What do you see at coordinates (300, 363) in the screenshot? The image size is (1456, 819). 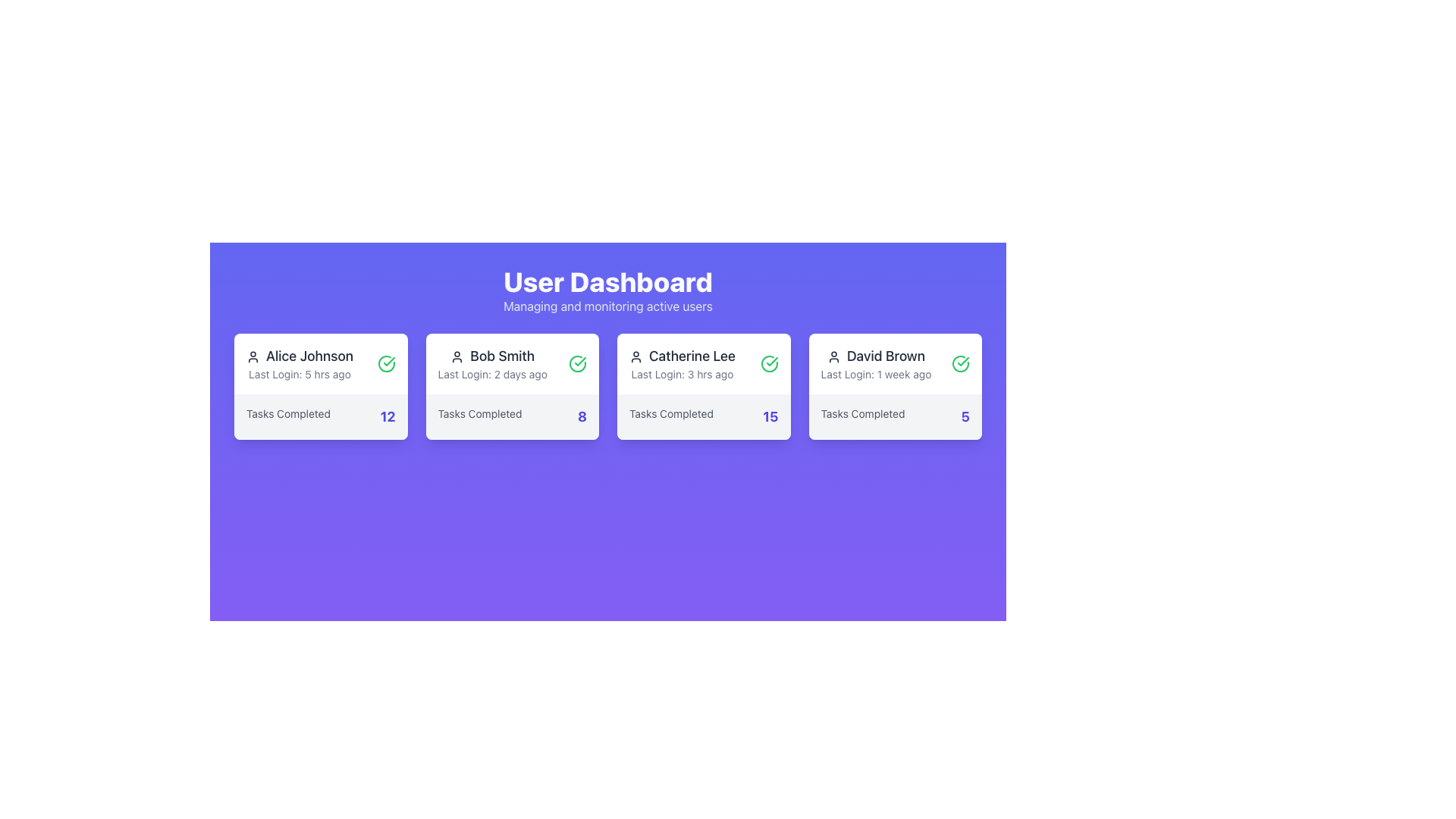 I see `the user information display block that shows the user's name and last login time, located in the first card of the horizontal list of user cards` at bounding box center [300, 363].